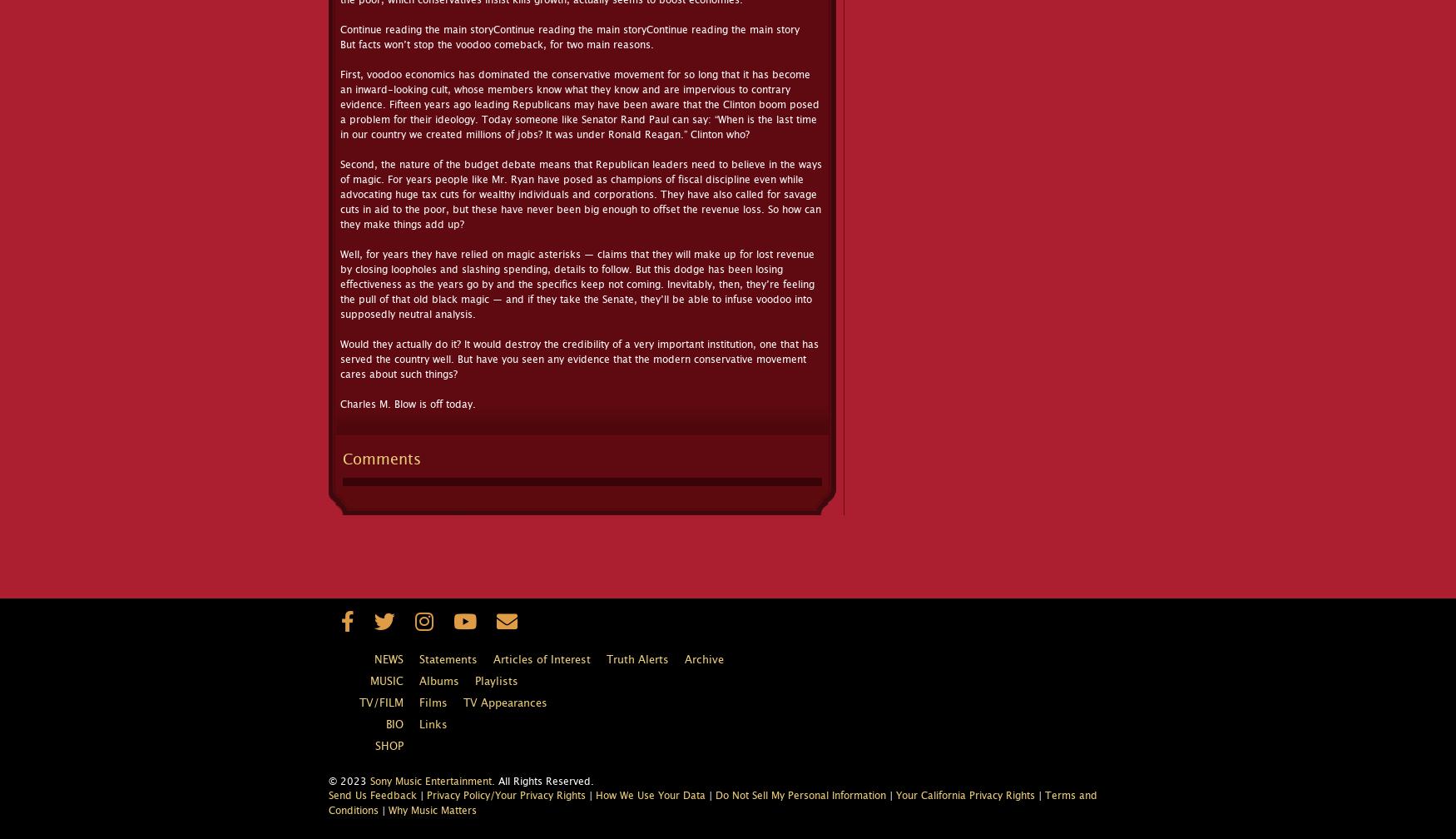  Describe the element at coordinates (541, 660) in the screenshot. I see `'Articles of Interest'` at that location.